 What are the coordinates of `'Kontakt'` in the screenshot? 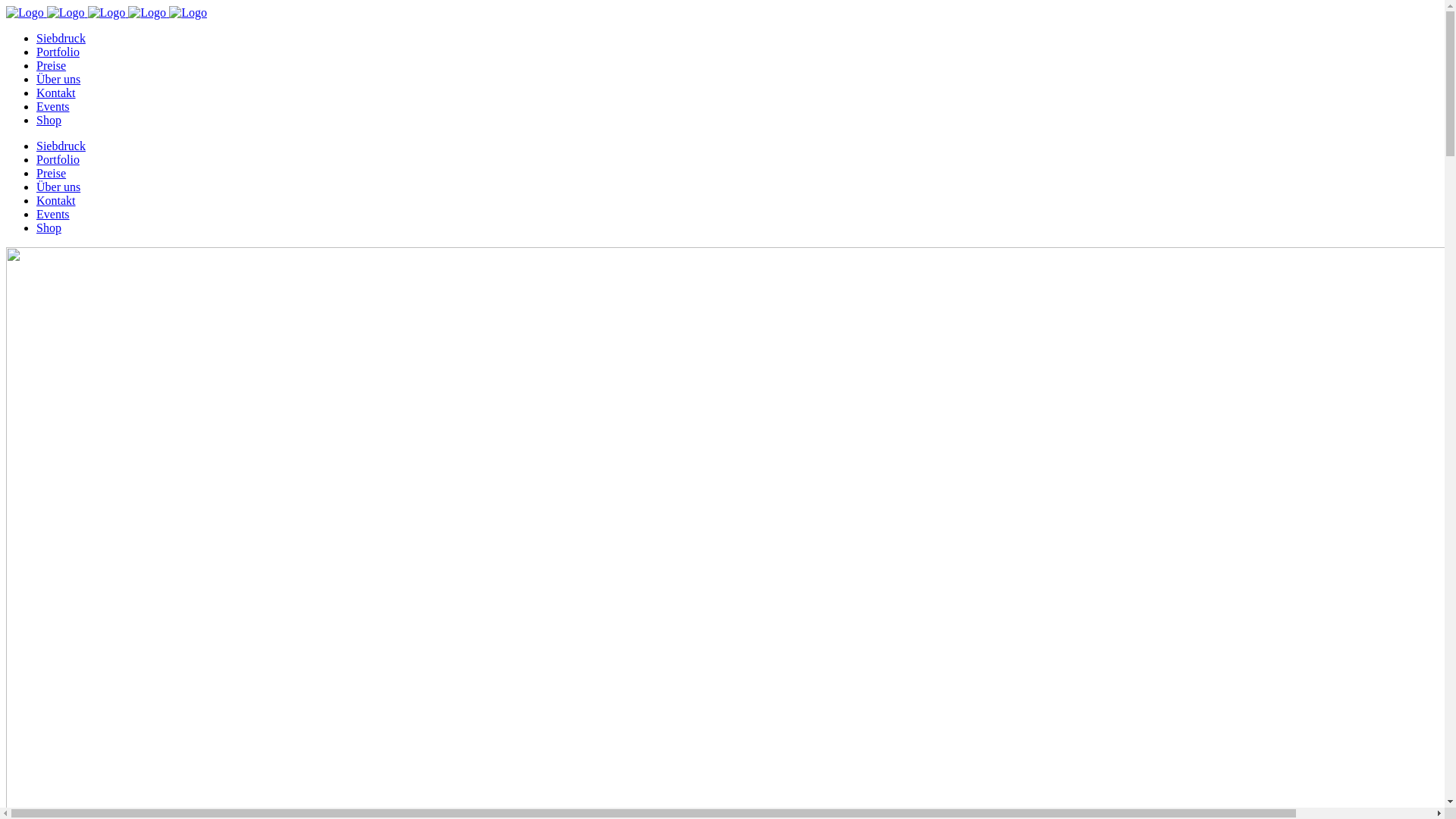 It's located at (55, 93).